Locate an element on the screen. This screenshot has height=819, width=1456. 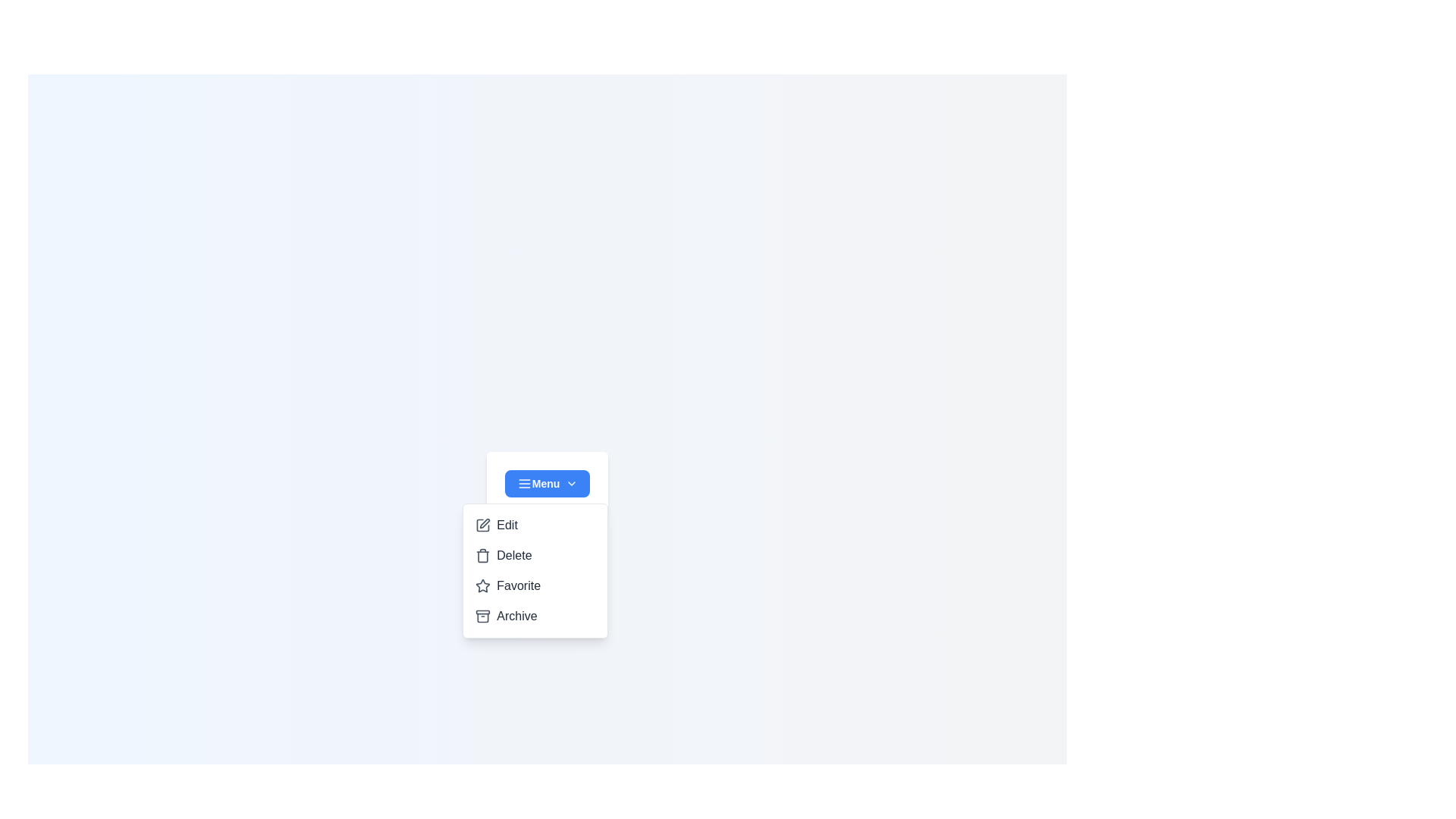
the option Archive from the dropdown menu is located at coordinates (535, 617).